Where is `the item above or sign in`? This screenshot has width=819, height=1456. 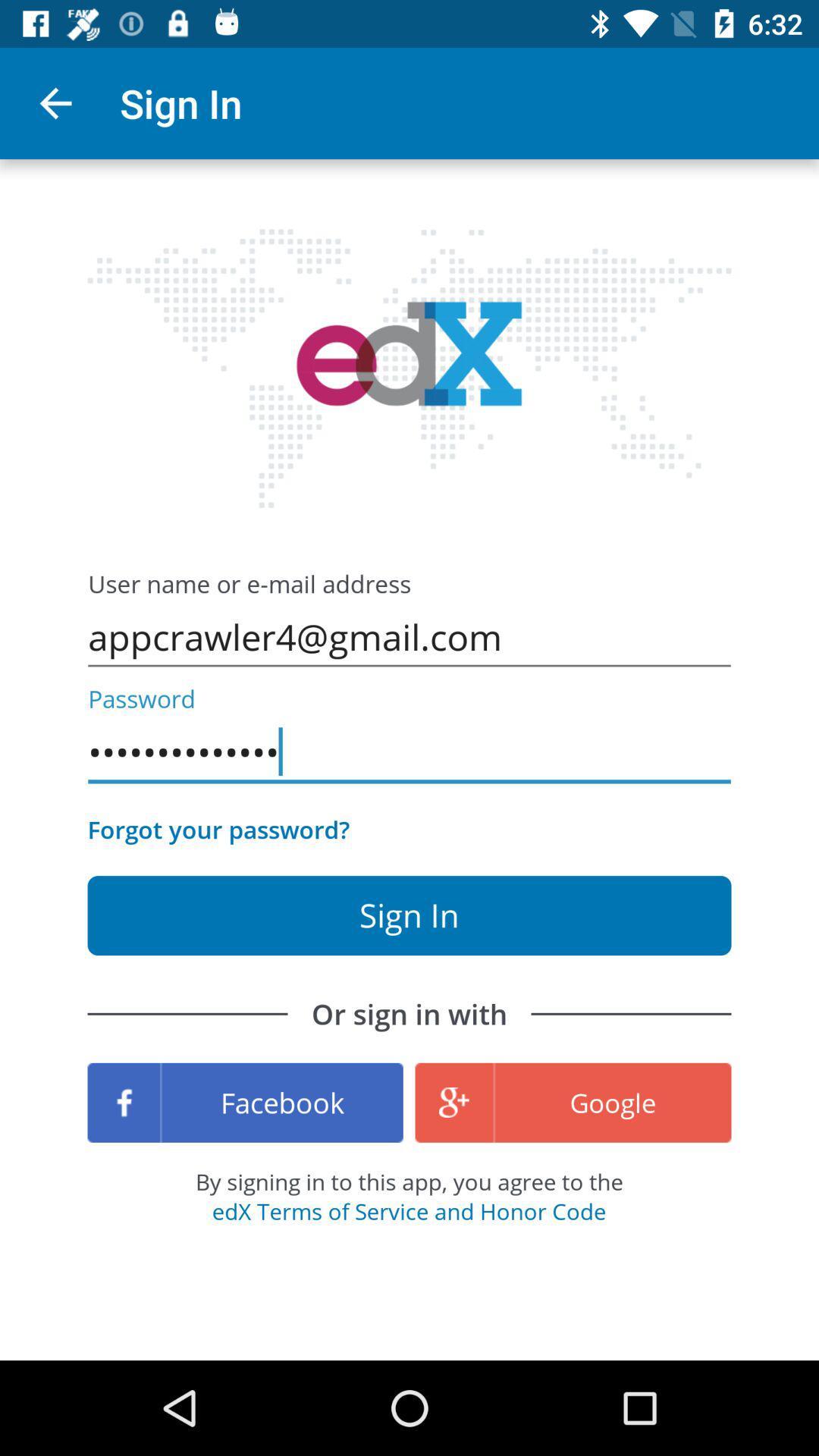
the item above or sign in is located at coordinates (218, 828).